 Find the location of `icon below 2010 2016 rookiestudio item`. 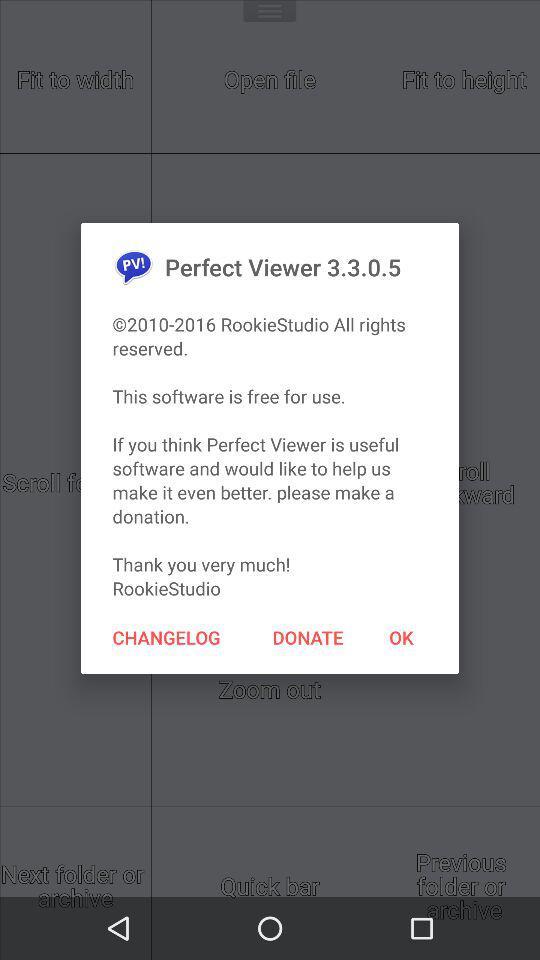

icon below 2010 2016 rookiestudio item is located at coordinates (308, 636).